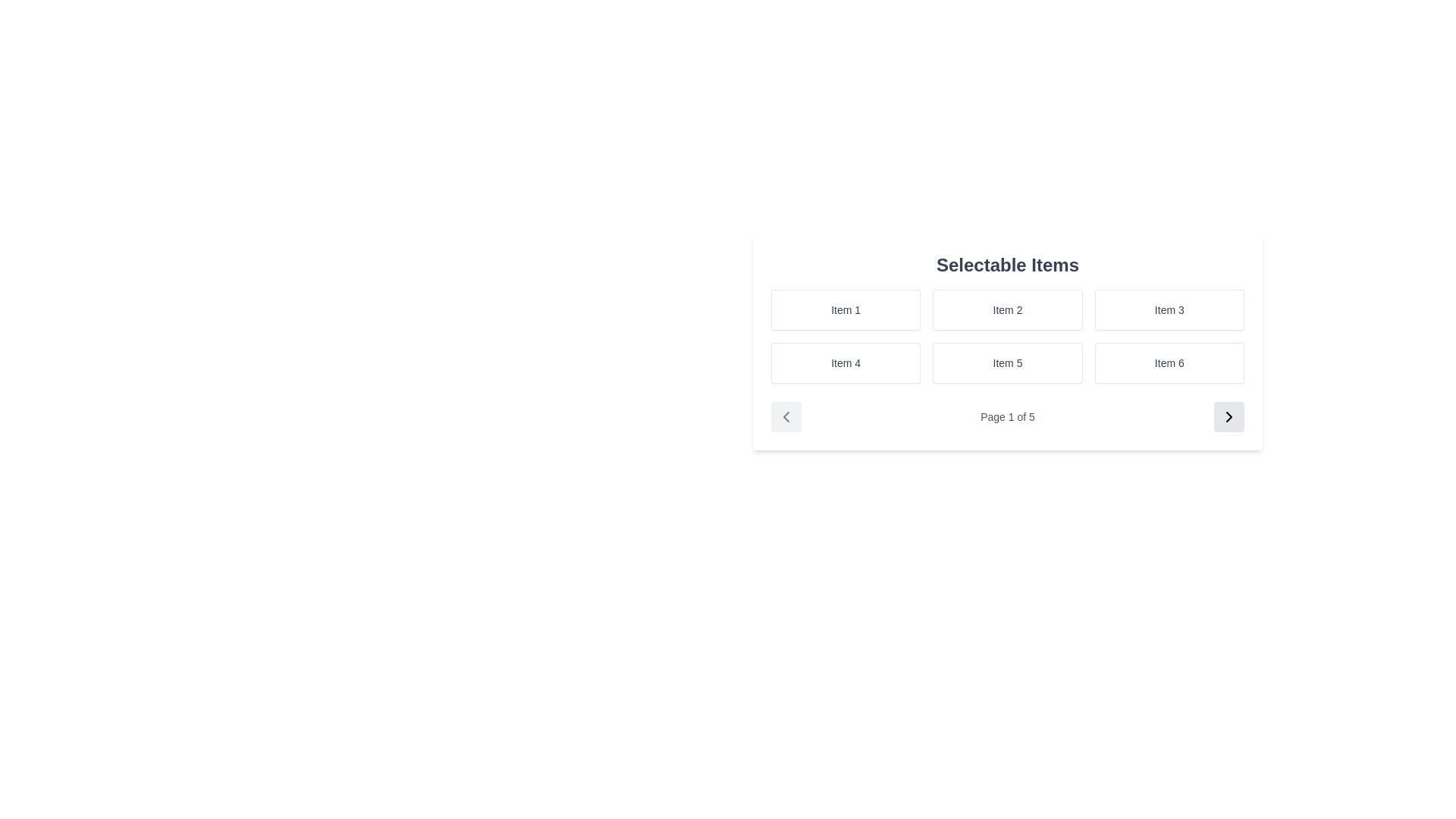  What do you see at coordinates (845, 362) in the screenshot?
I see `text from the first text label in the second row of selectable items, which is part of a grid structure` at bounding box center [845, 362].